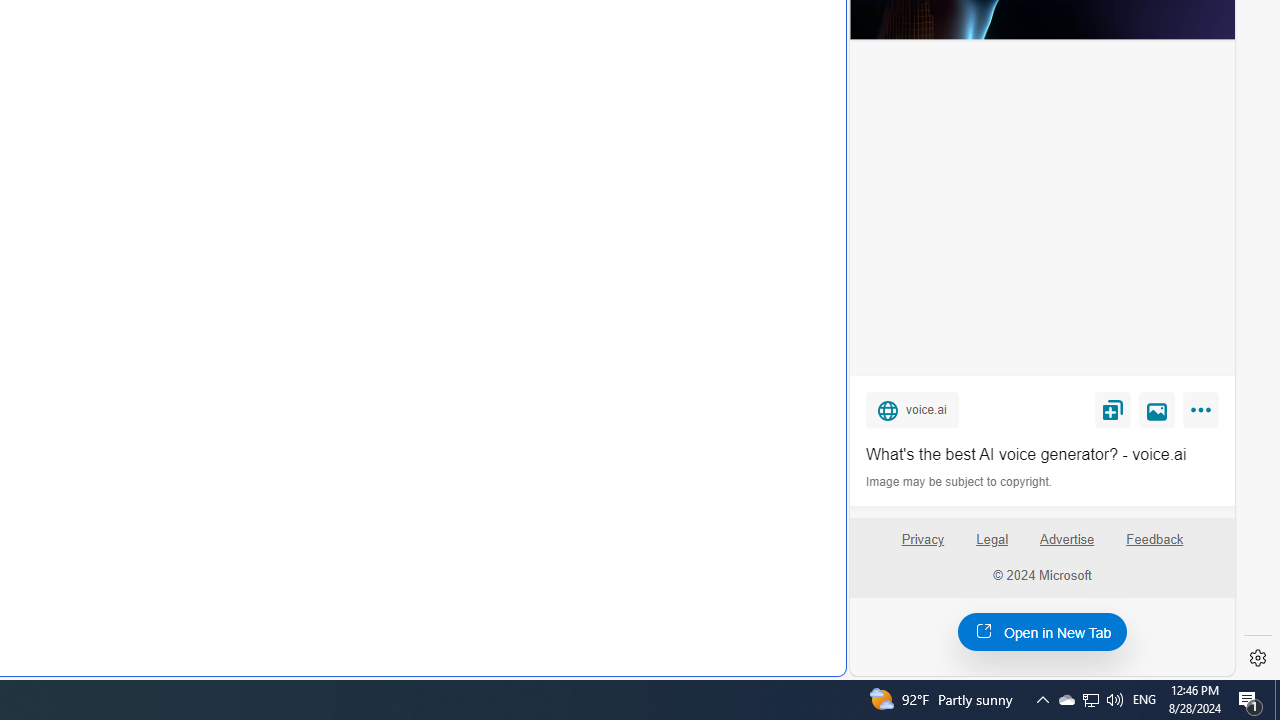 This screenshot has height=720, width=1280. I want to click on 'Feedback', so click(1155, 547).